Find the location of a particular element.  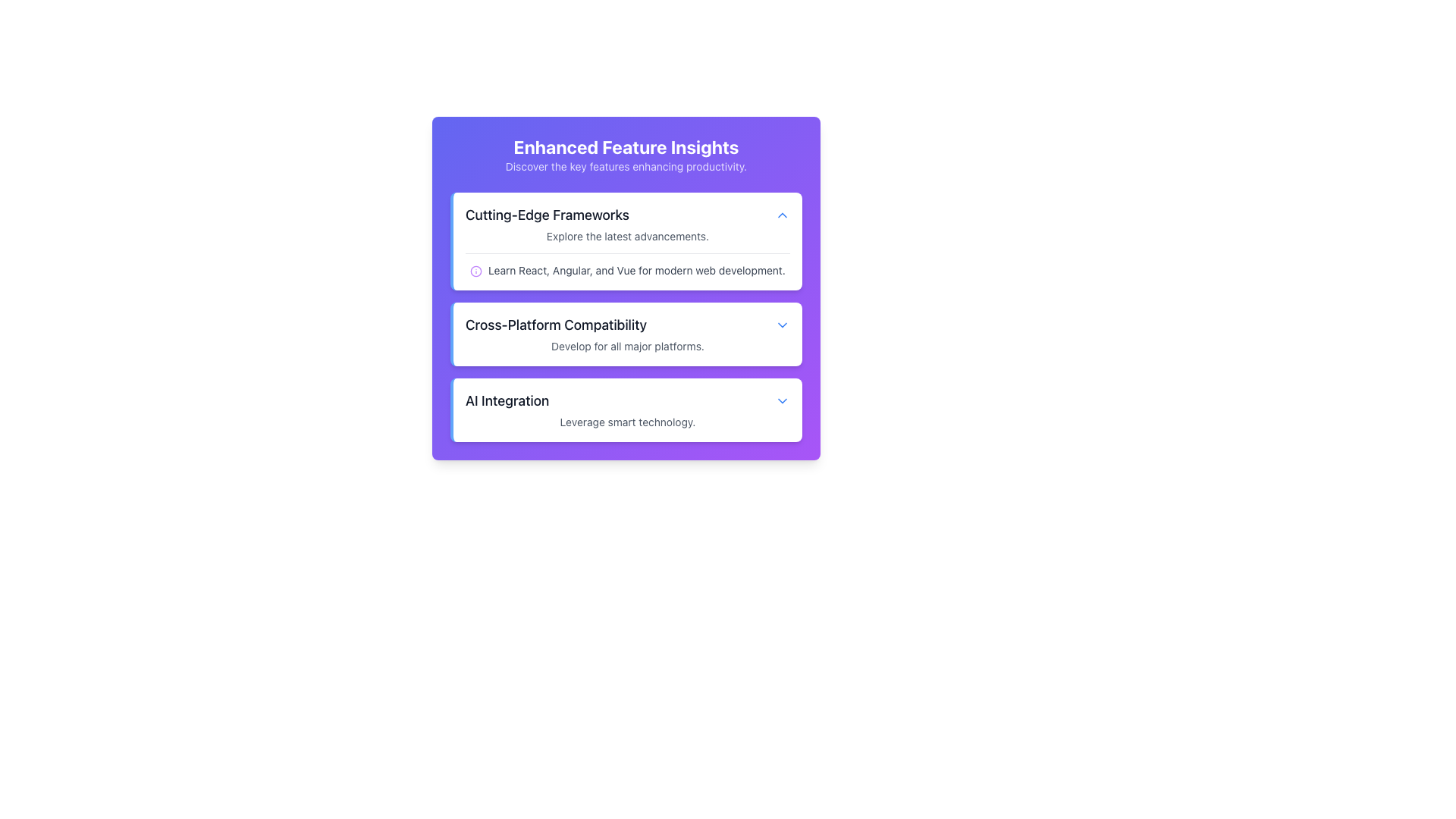

the text label displaying 'Cutting-Edge Frameworks', which serves as the title for the first section in the vertical list of features within the 'Enhanced Feature Insights' card is located at coordinates (546, 215).